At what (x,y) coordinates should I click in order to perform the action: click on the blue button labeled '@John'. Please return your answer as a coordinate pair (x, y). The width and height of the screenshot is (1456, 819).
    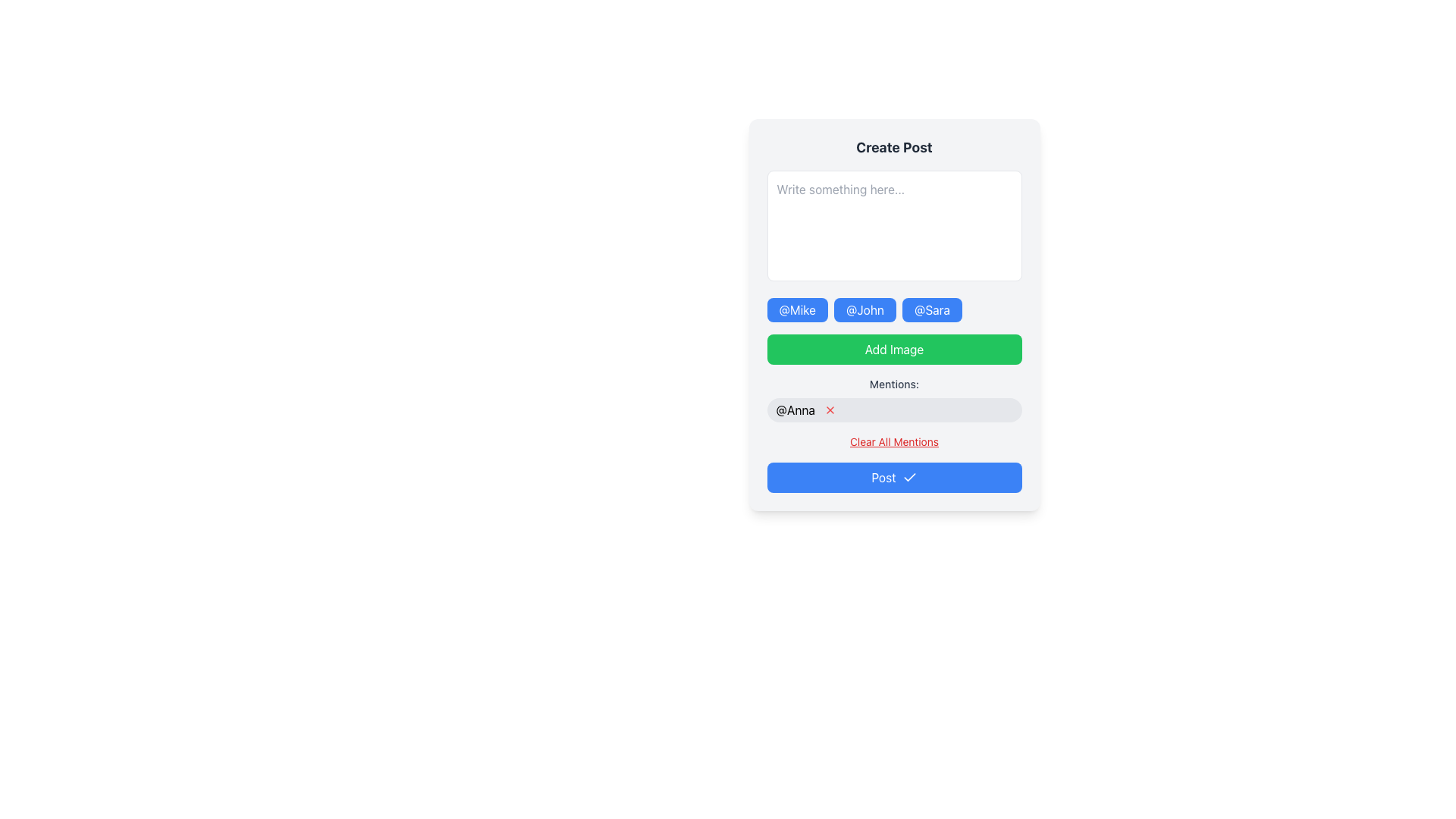
    Looking at the image, I should click on (894, 314).